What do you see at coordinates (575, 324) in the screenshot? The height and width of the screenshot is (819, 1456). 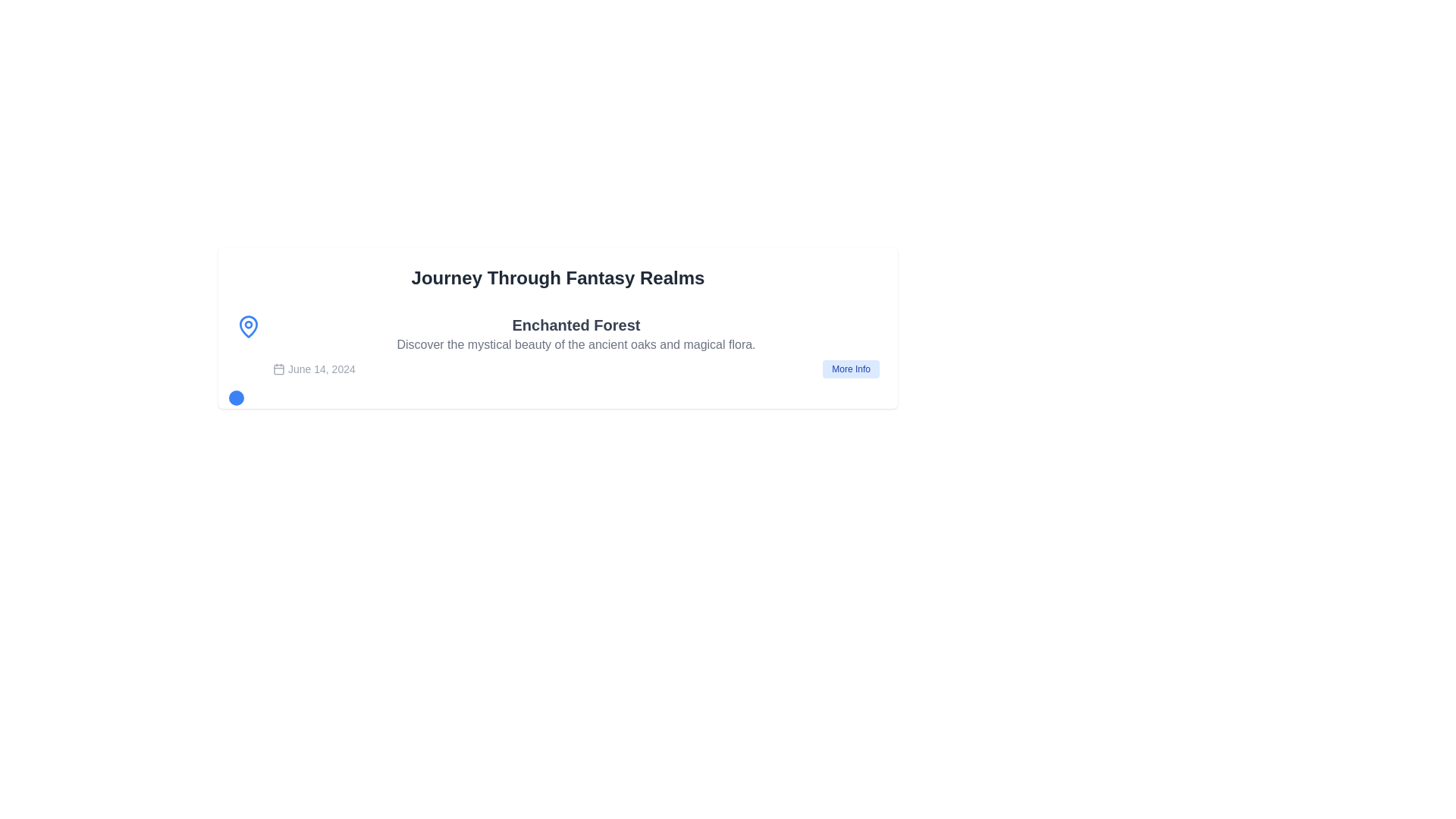 I see `Heading or Title Text that serves as the label for the associated section of content, positioned centrally above other textual elements` at bounding box center [575, 324].